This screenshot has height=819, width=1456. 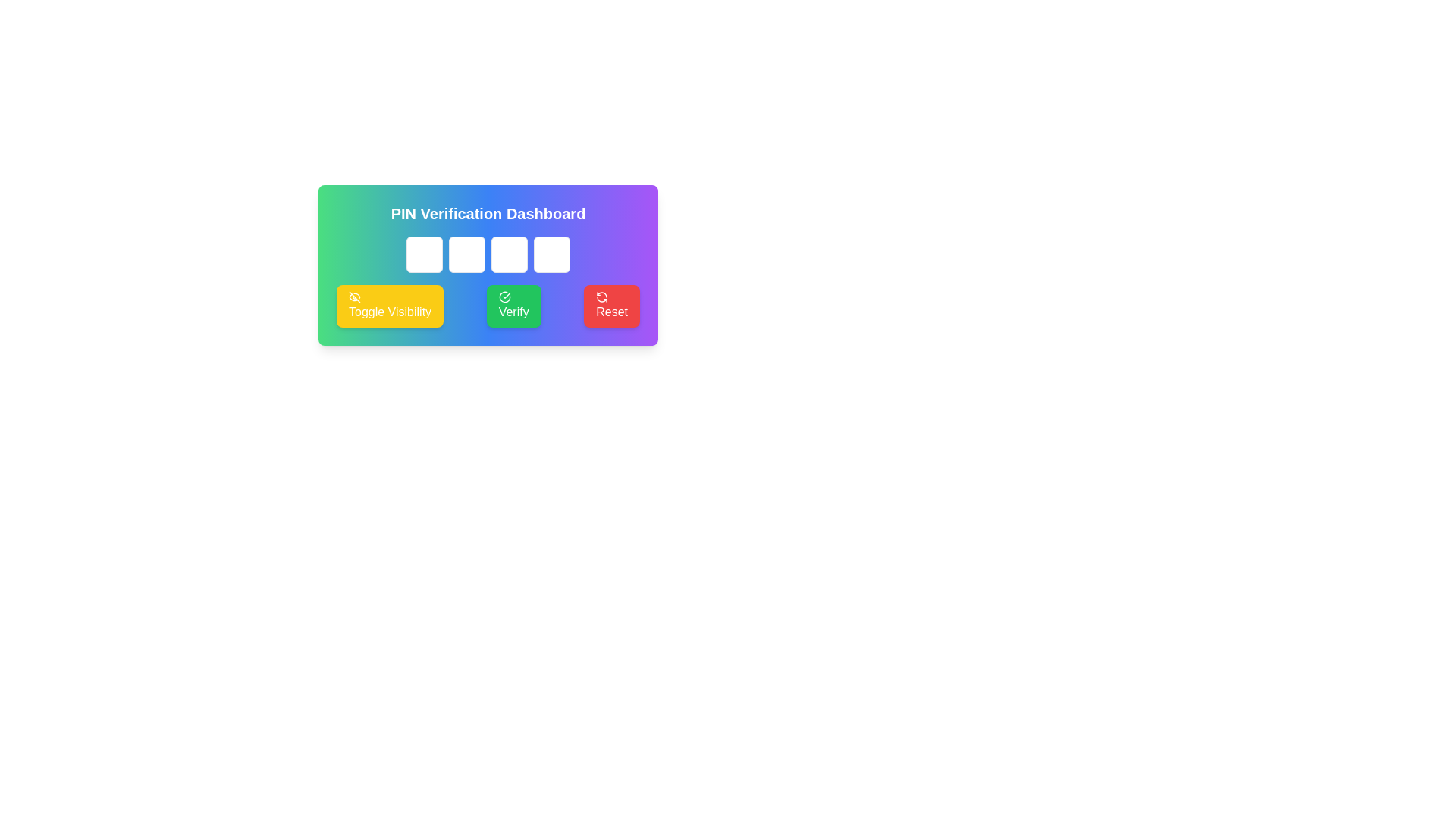 I want to click on the middle button that initiates the verification process, so click(x=513, y=306).